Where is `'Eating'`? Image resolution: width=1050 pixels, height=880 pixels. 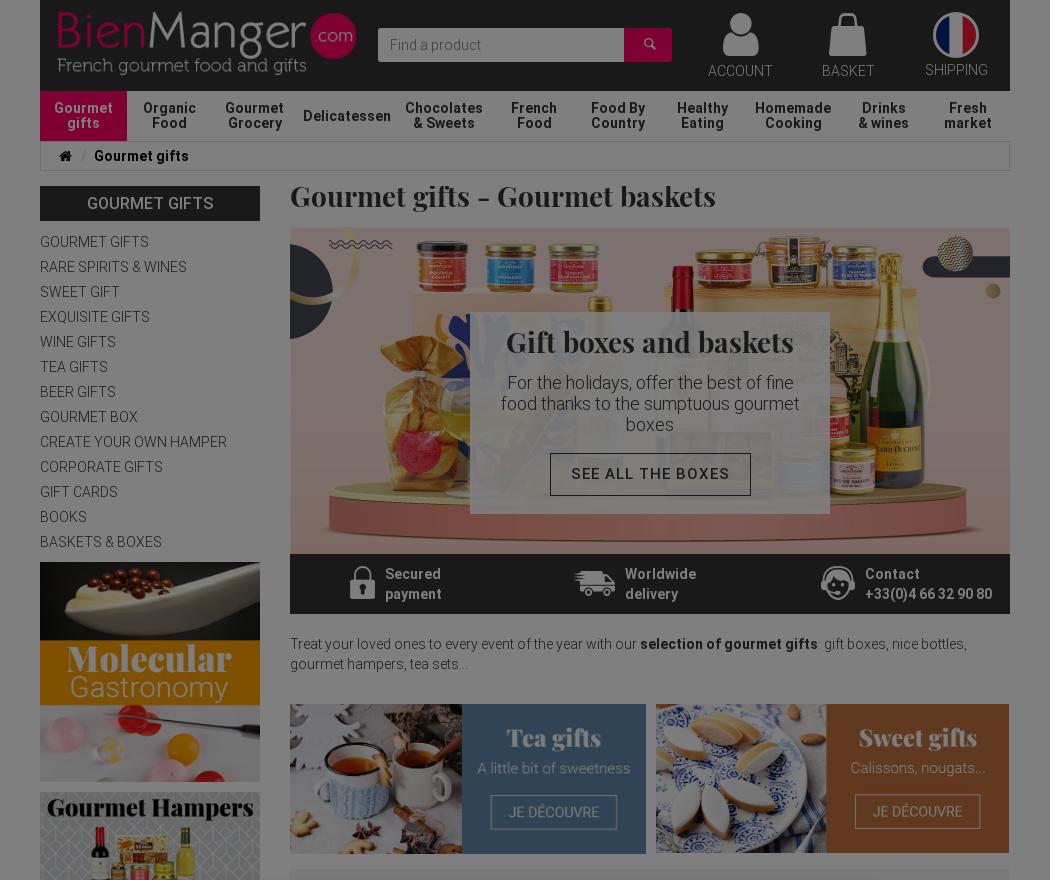
'Eating' is located at coordinates (702, 123).